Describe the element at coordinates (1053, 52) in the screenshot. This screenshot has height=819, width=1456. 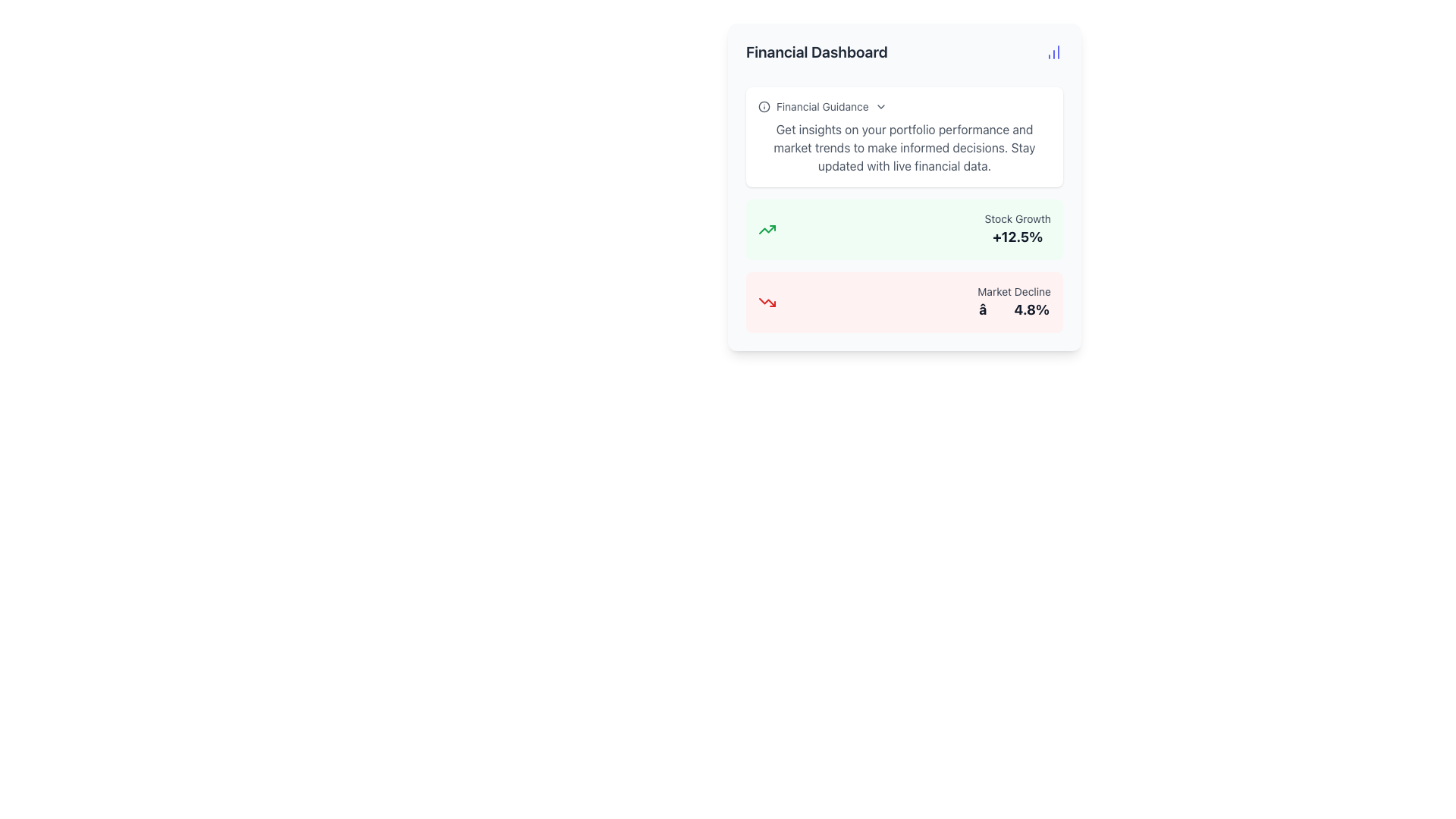
I see `the data visualization icon located at the far right end of the header section of the 'Financial Dashboard' interface` at that location.